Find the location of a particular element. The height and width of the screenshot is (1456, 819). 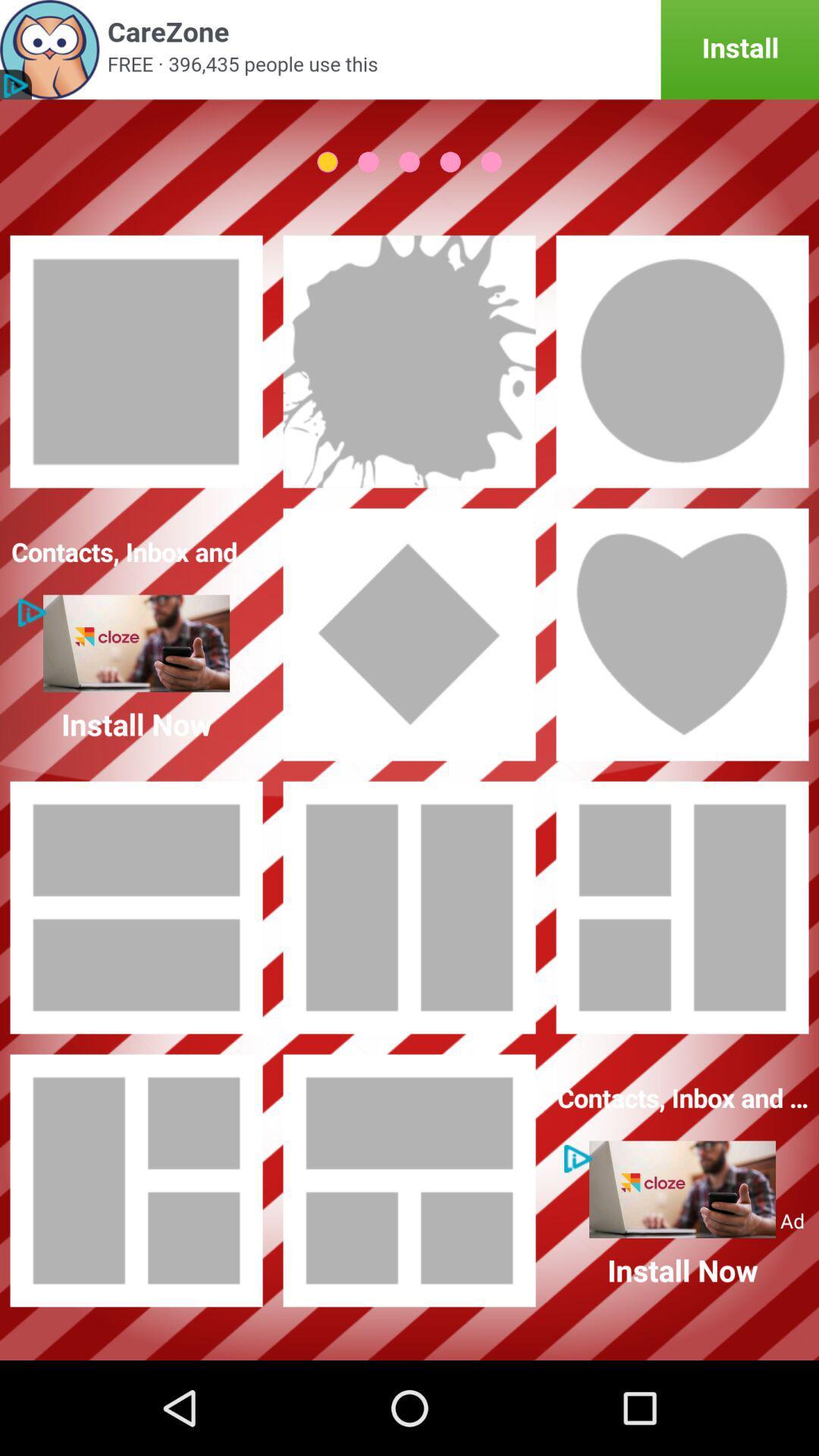

this layout is located at coordinates (136, 907).